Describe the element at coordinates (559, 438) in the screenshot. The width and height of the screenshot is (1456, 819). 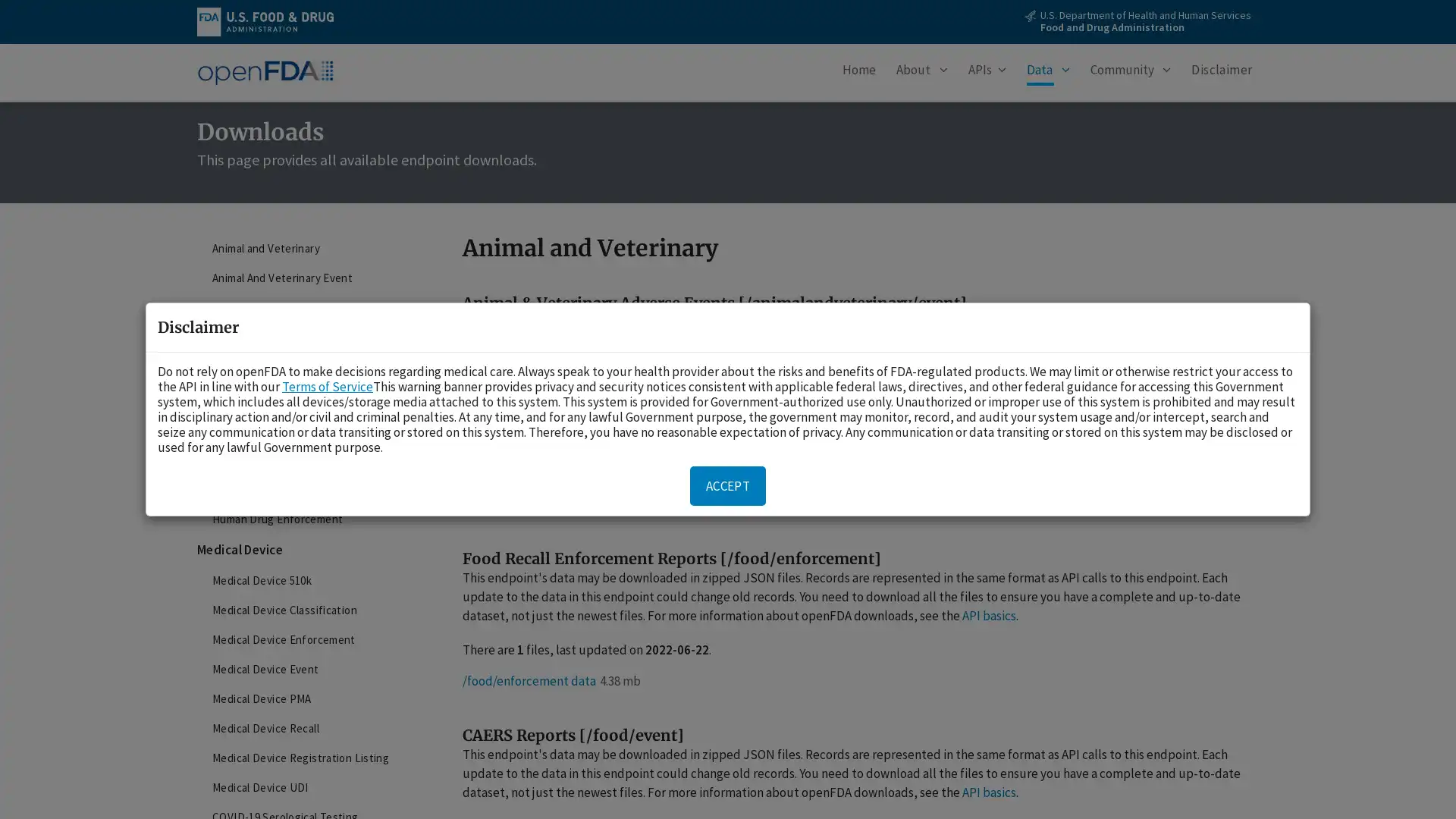
I see `Show all 141 download files` at that location.